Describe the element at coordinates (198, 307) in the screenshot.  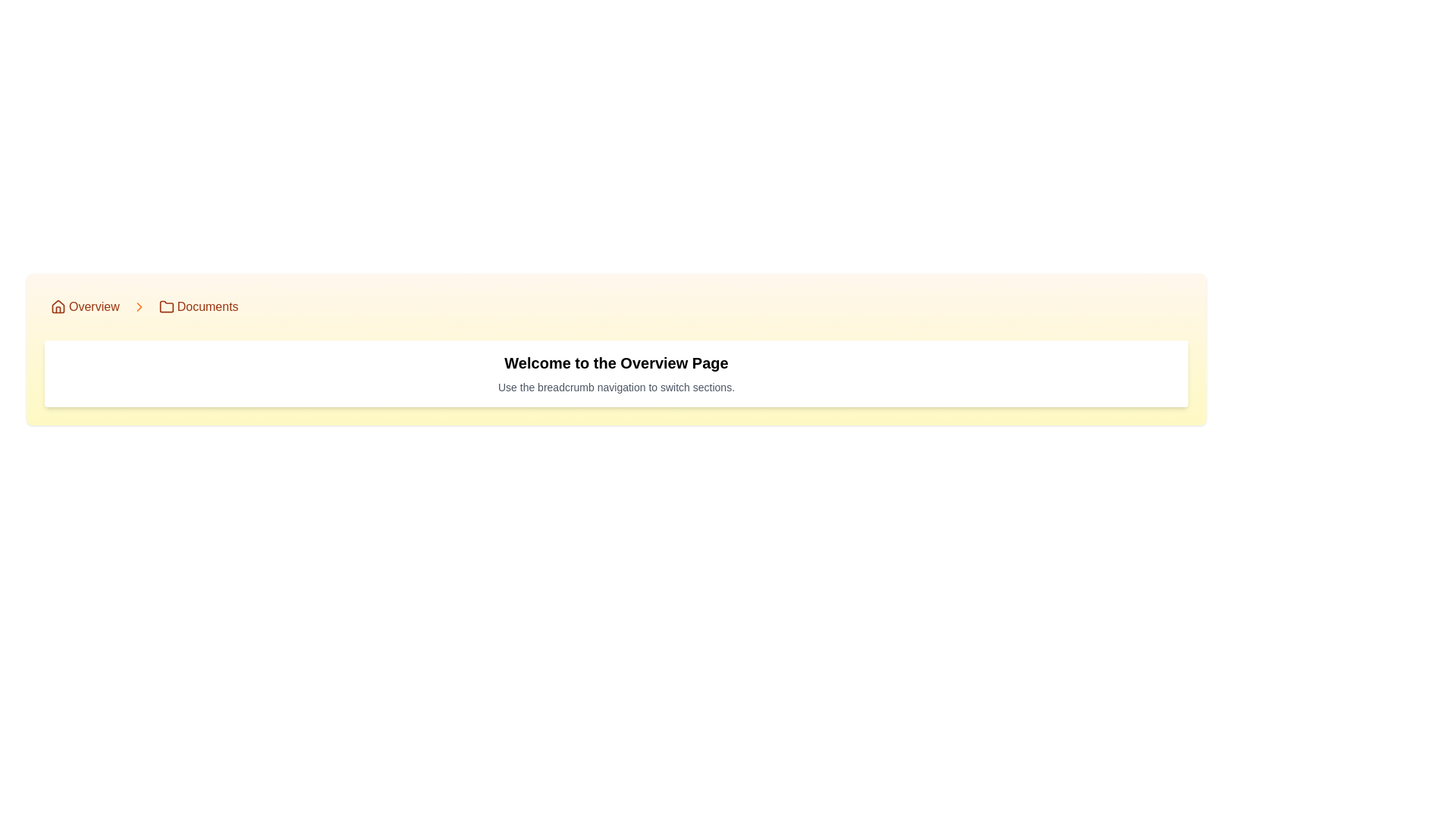
I see `the breadcrumb navigation button labeled 'Documents' which features a folder icon and is located next to the 'Overview' button` at that location.